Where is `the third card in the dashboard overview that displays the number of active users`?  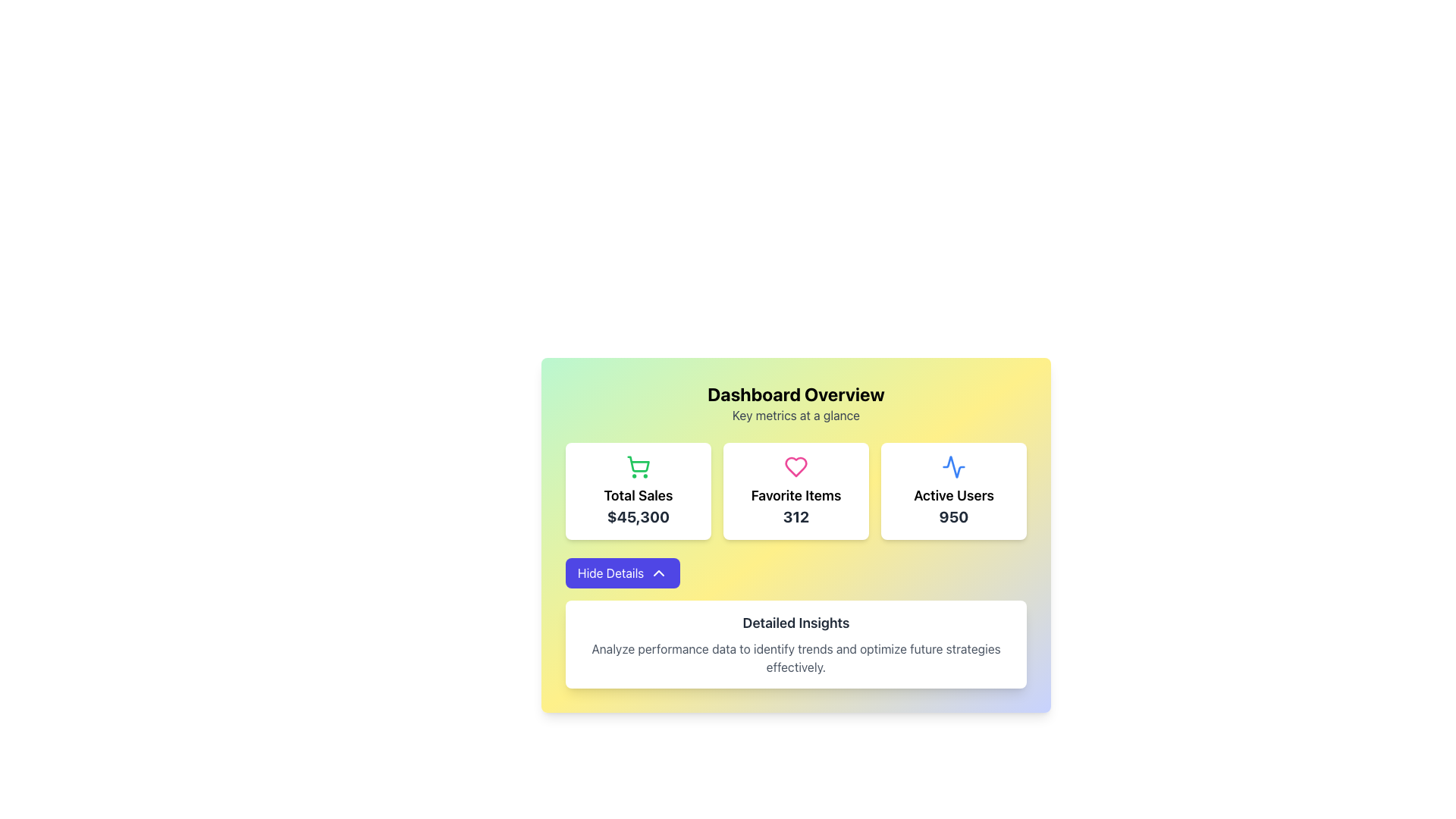
the third card in the dashboard overview that displays the number of active users is located at coordinates (952, 491).